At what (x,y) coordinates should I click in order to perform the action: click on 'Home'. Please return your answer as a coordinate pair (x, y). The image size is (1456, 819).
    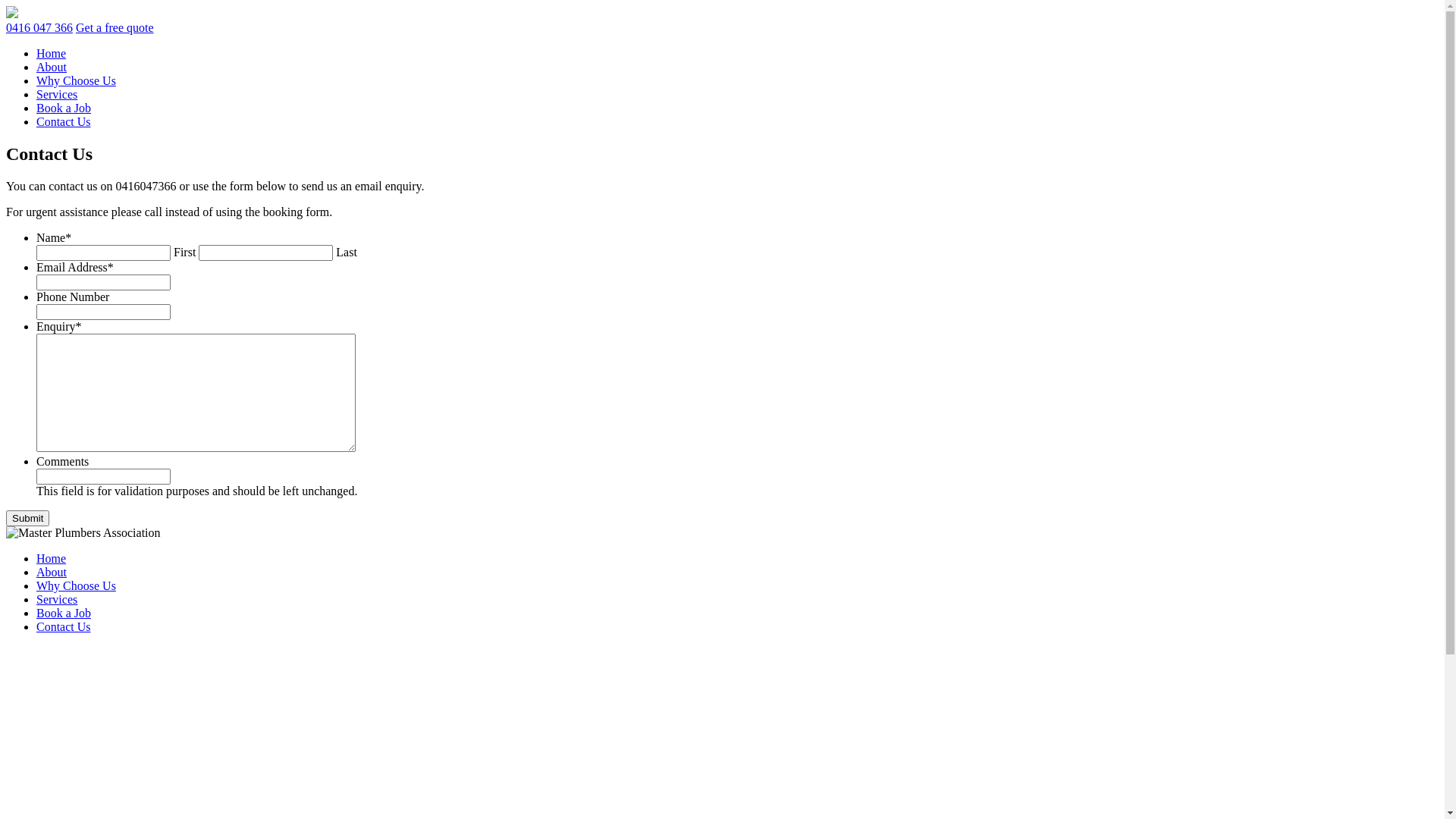
    Looking at the image, I should click on (36, 558).